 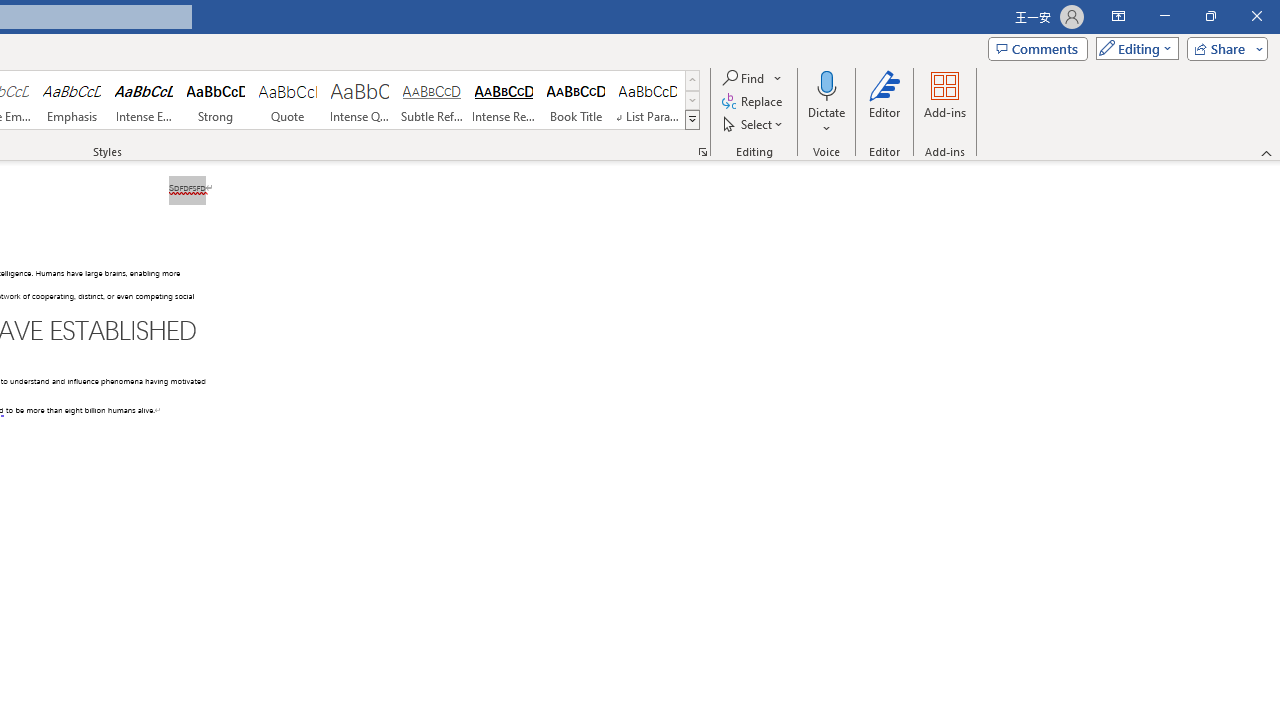 What do you see at coordinates (752, 77) in the screenshot?
I see `'Find'` at bounding box center [752, 77].